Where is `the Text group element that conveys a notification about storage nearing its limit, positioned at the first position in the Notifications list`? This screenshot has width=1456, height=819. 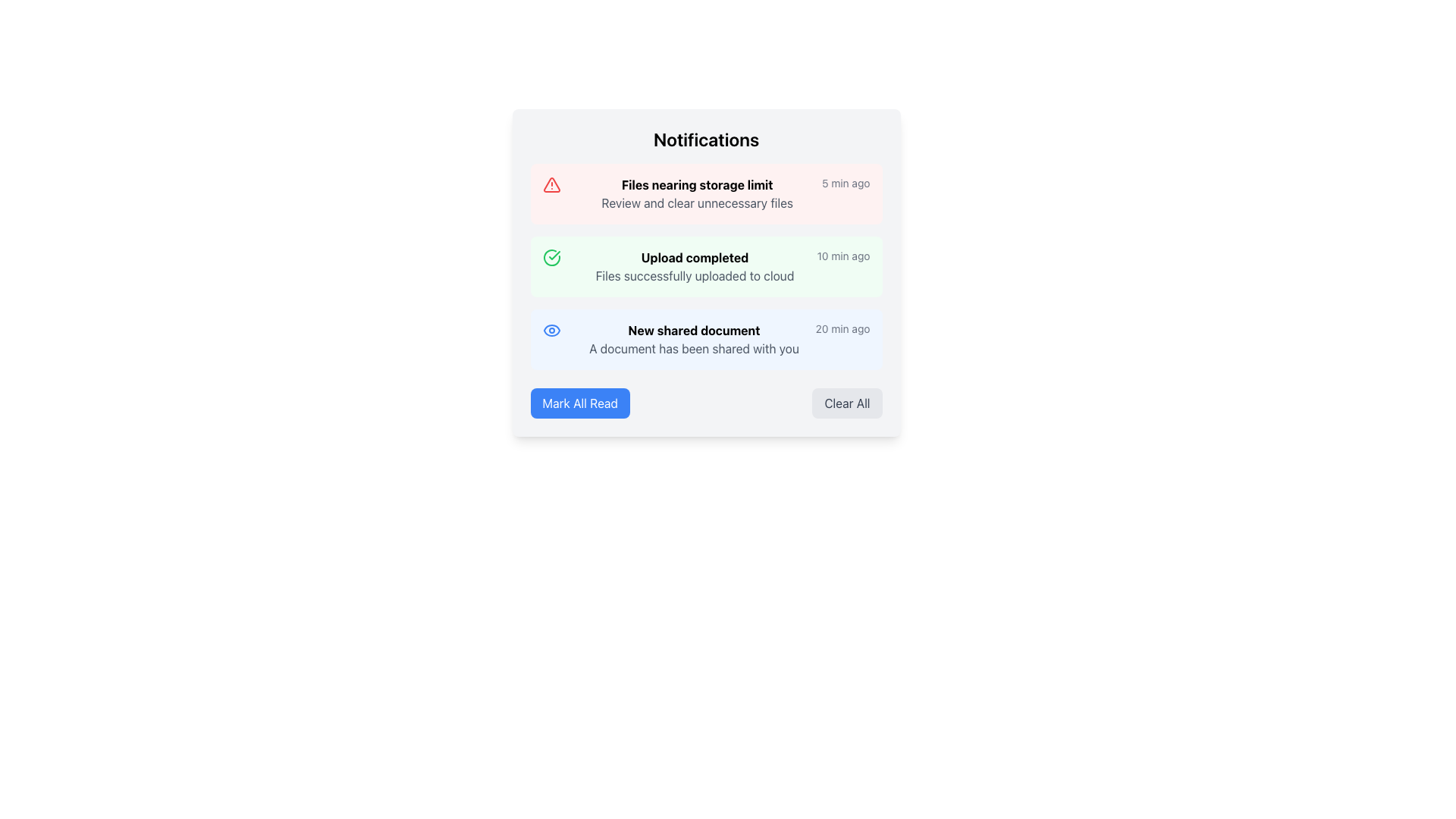 the Text group element that conveys a notification about storage nearing its limit, positioned at the first position in the Notifications list is located at coordinates (696, 193).